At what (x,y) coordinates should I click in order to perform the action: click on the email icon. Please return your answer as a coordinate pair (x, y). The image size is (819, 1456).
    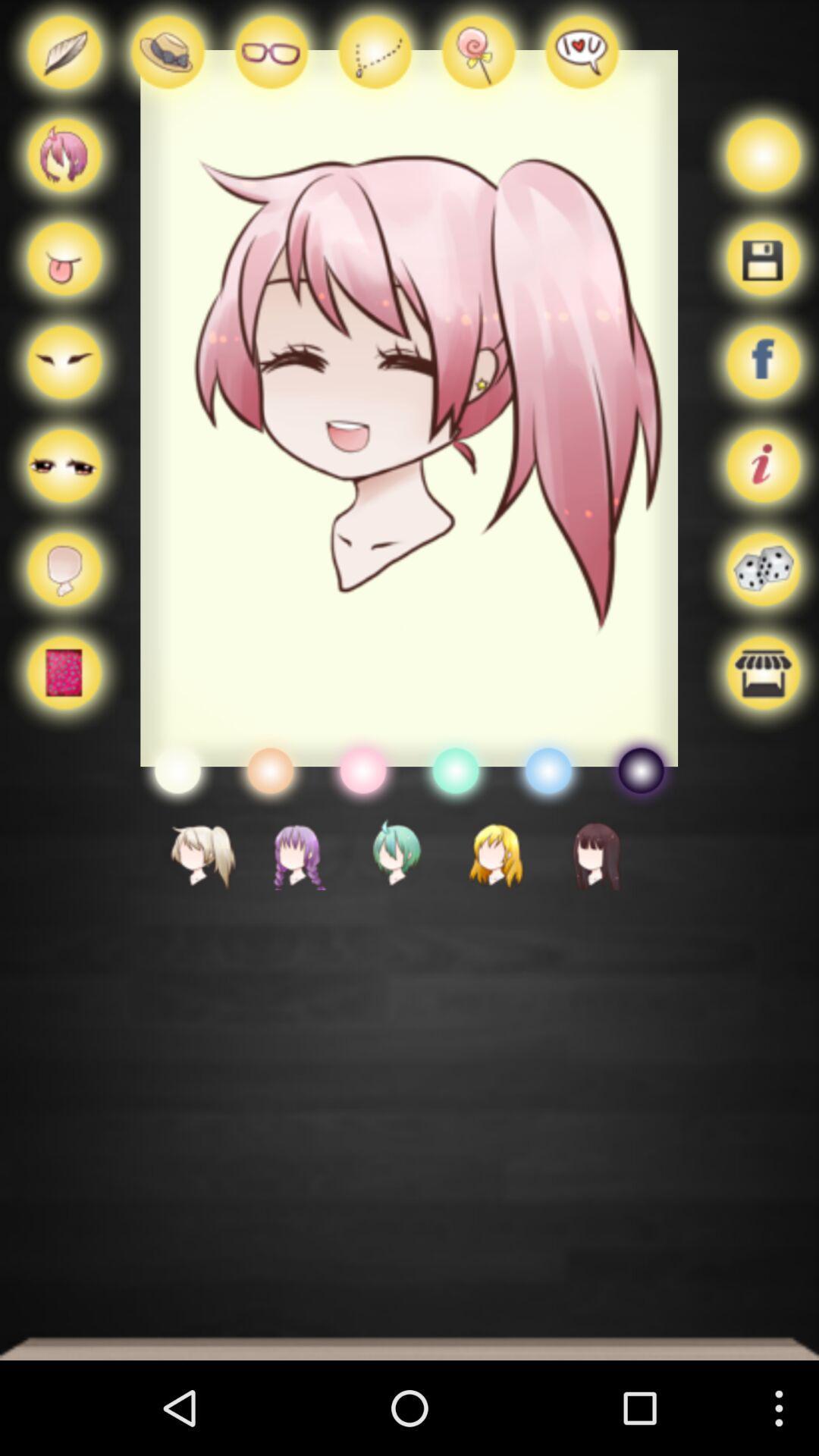
    Looking at the image, I should click on (63, 388).